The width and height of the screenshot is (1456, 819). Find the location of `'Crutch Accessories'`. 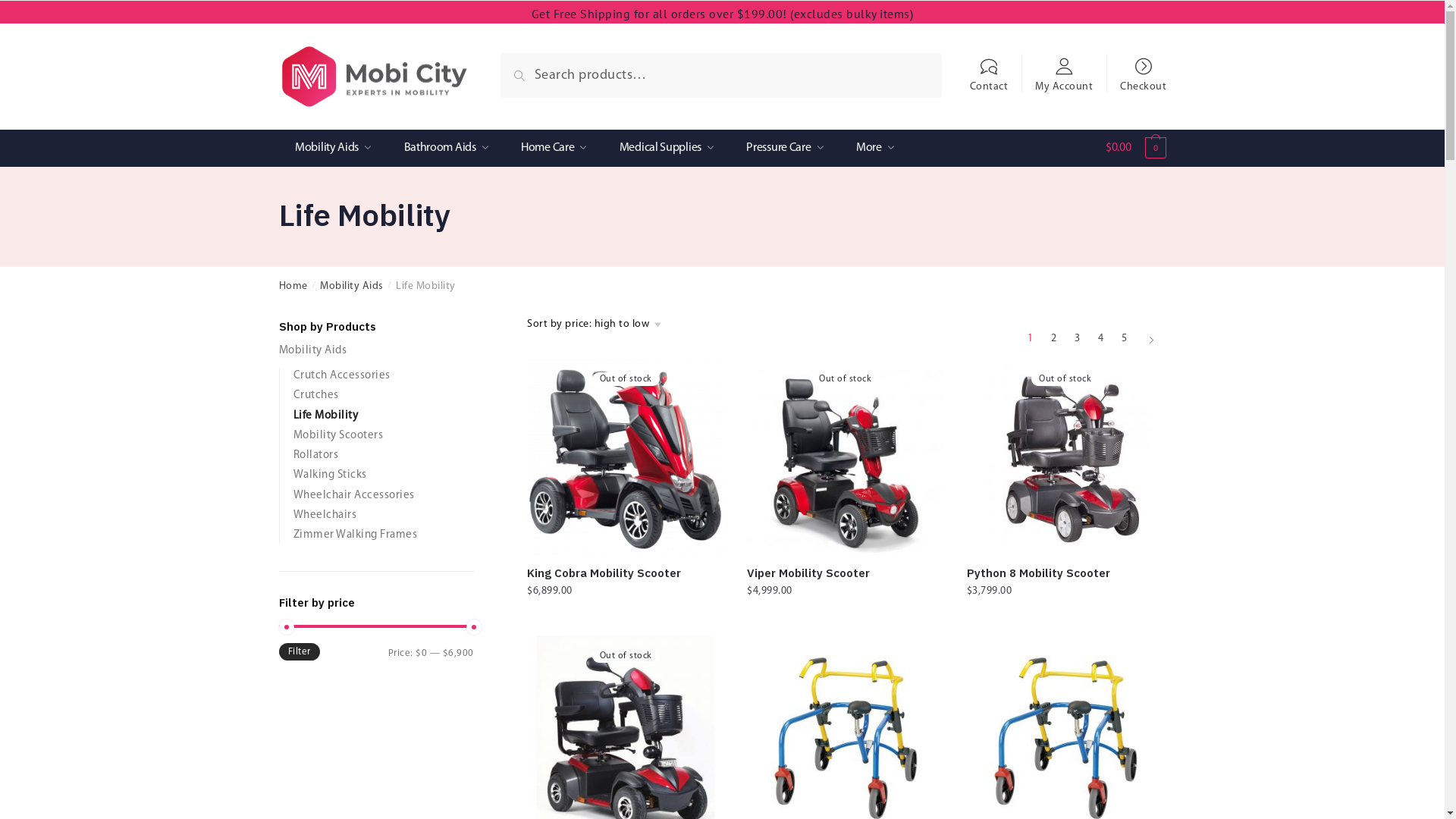

'Crutch Accessories' is located at coordinates (292, 375).